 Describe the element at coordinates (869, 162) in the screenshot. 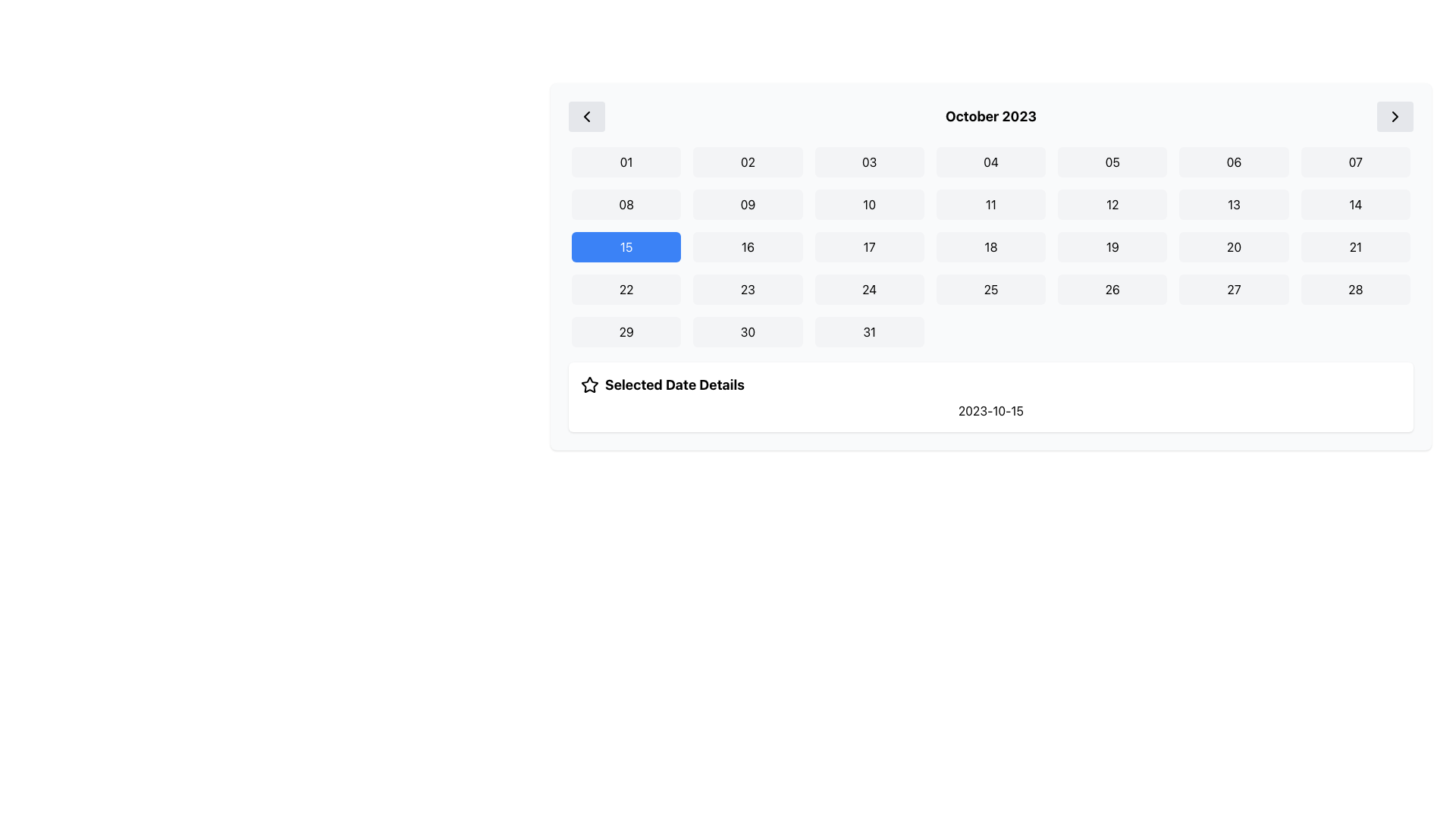

I see `the button labeled '03' in the date picker widget` at that location.